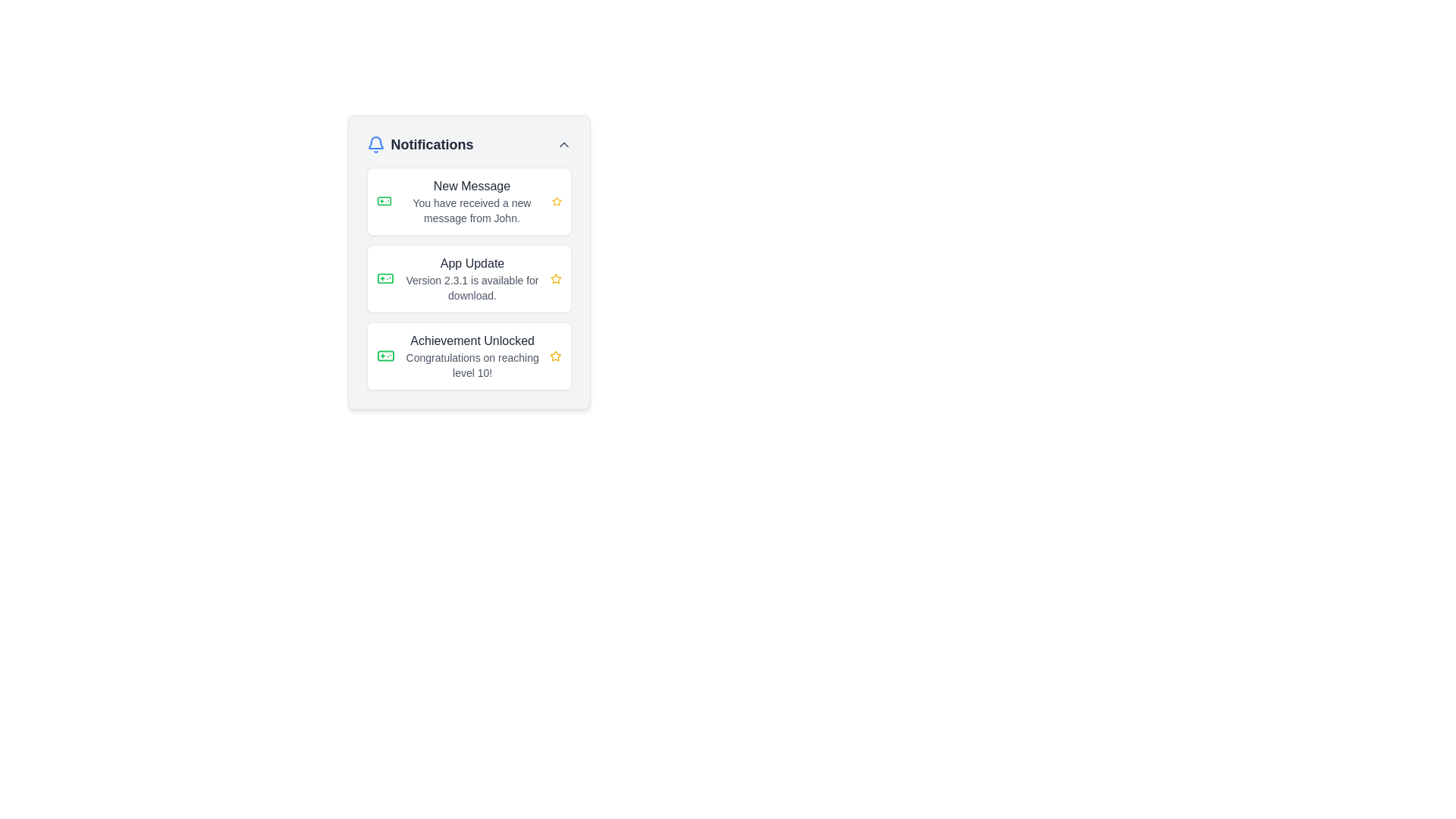  What do you see at coordinates (472, 288) in the screenshot?
I see `text from the textual label stating 'Version 2.3.1 is available for download.' which is located within the 'App Update' notification card` at bounding box center [472, 288].